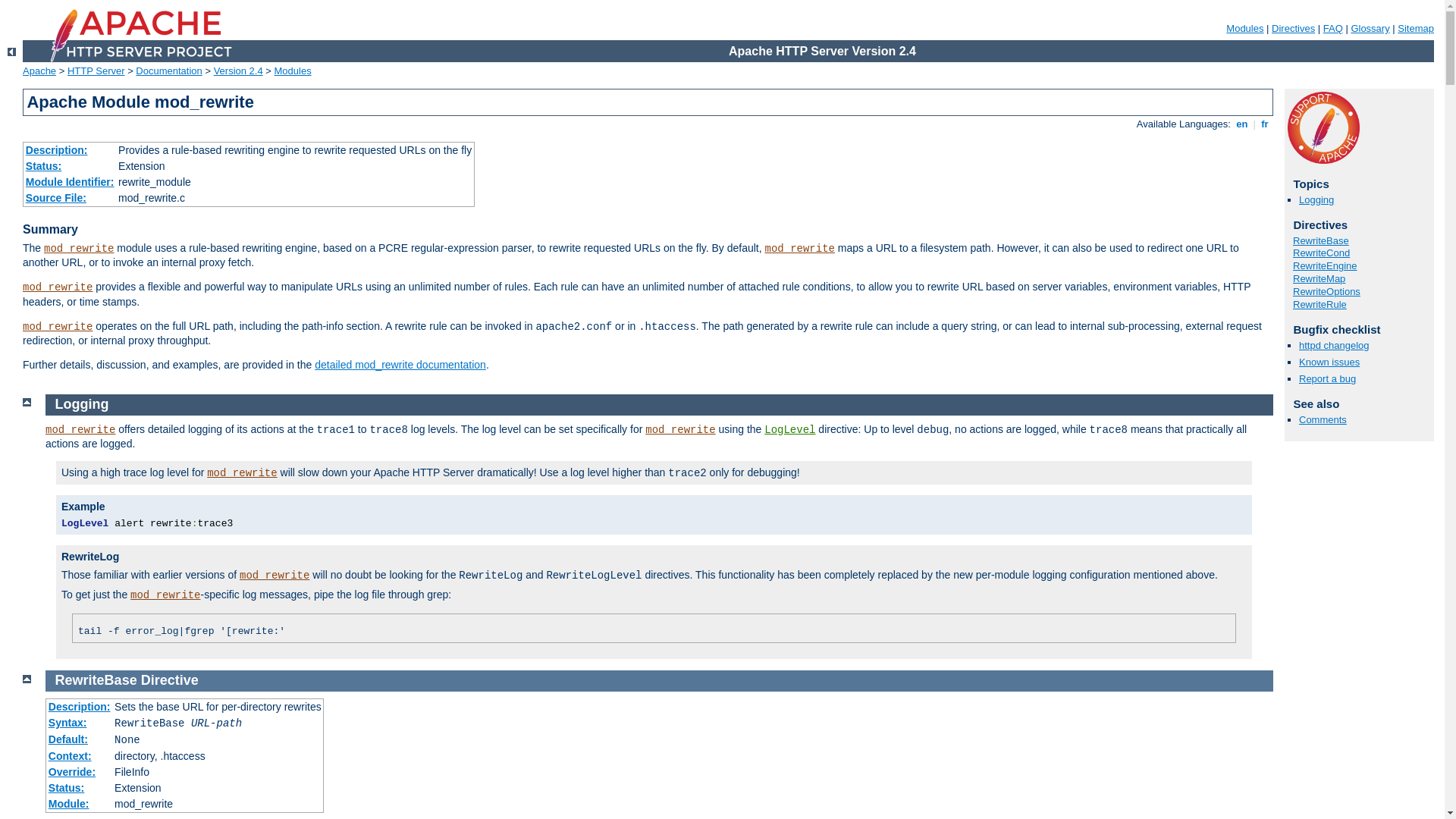 The image size is (1456, 819). I want to click on 'LogLevel', so click(789, 430).